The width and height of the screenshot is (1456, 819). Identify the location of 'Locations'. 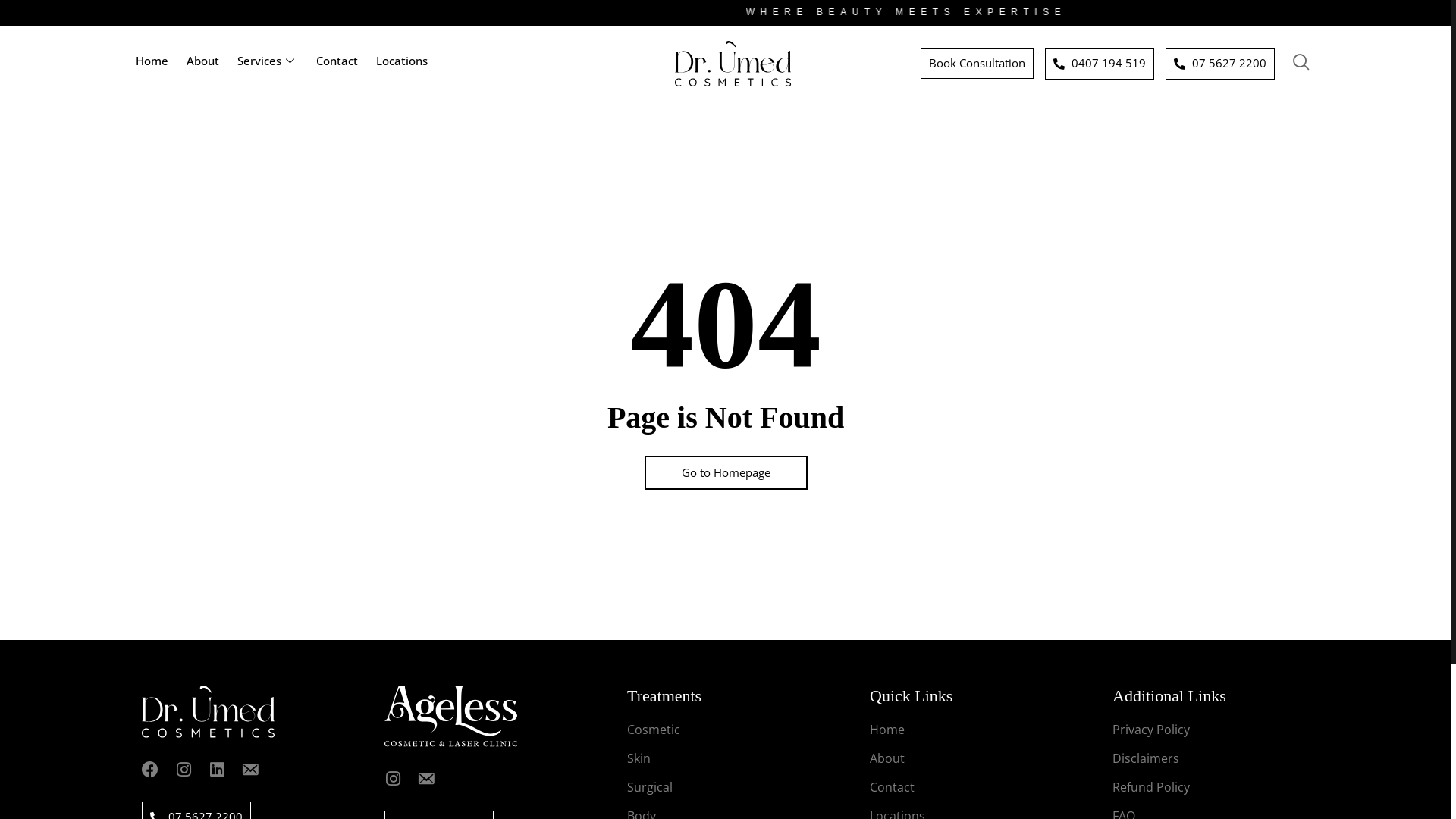
(401, 63).